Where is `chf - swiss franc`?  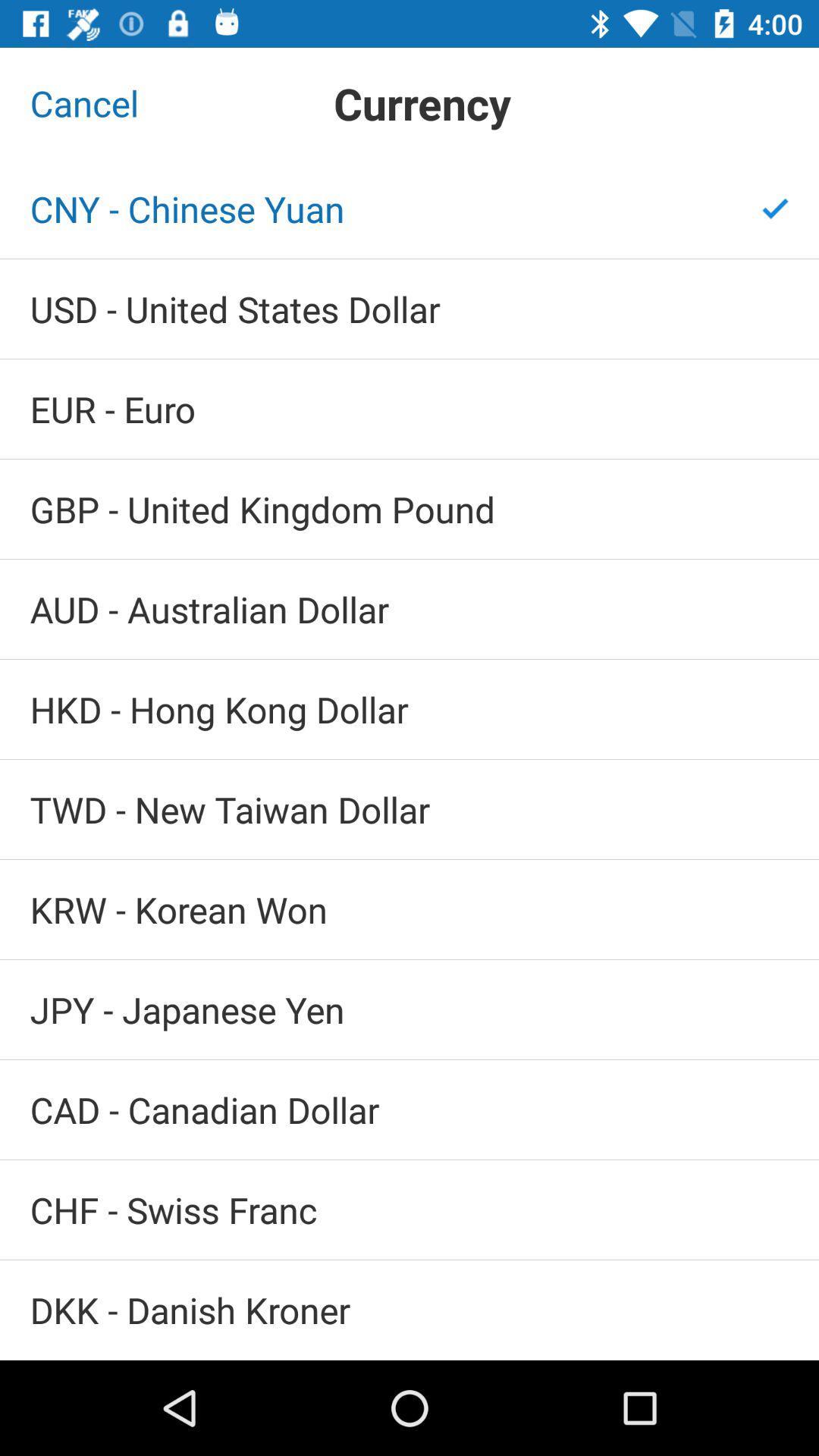
chf - swiss franc is located at coordinates (409, 1209).